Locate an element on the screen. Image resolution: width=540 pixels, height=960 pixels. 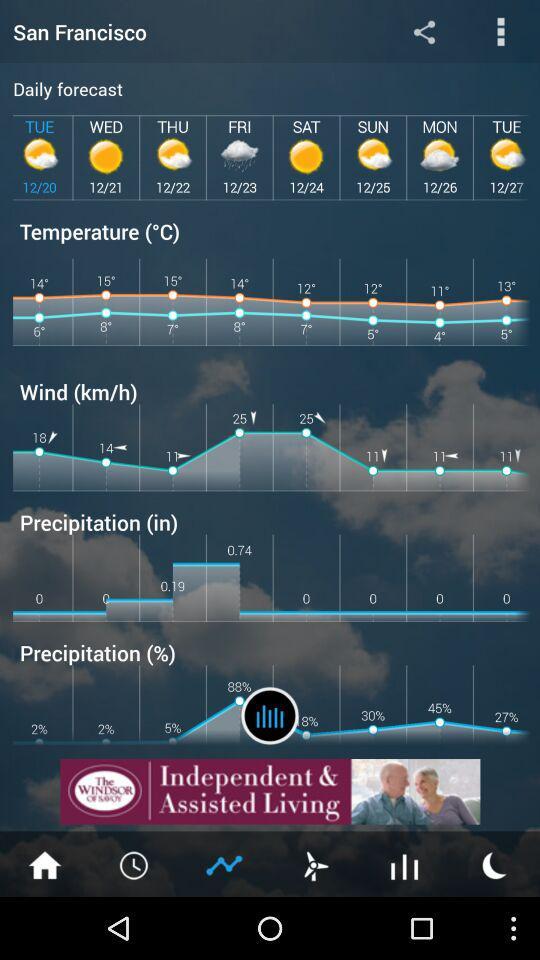
the share icon is located at coordinates (423, 33).